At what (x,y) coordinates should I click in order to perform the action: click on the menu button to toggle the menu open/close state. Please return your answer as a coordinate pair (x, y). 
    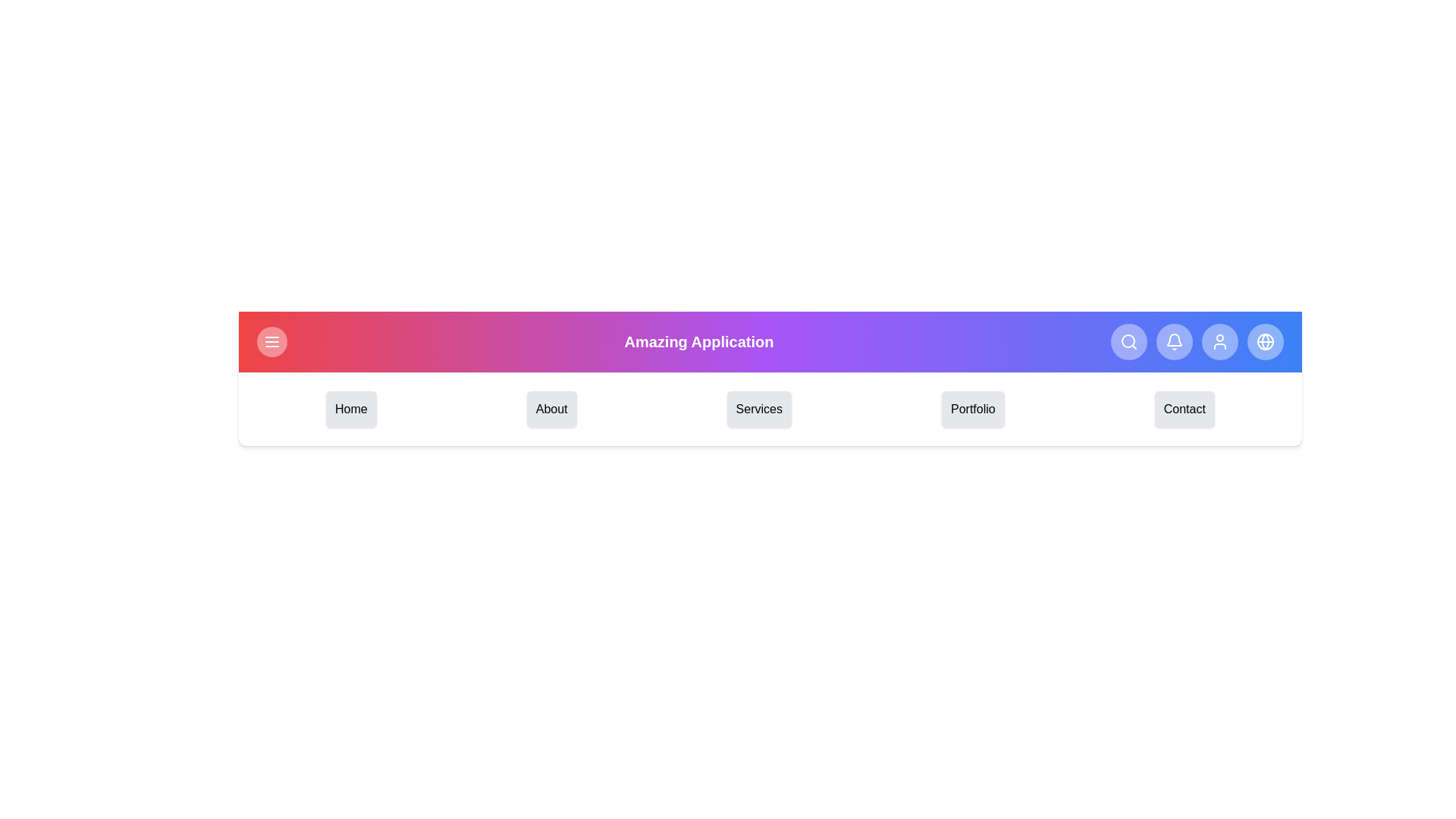
    Looking at the image, I should click on (272, 342).